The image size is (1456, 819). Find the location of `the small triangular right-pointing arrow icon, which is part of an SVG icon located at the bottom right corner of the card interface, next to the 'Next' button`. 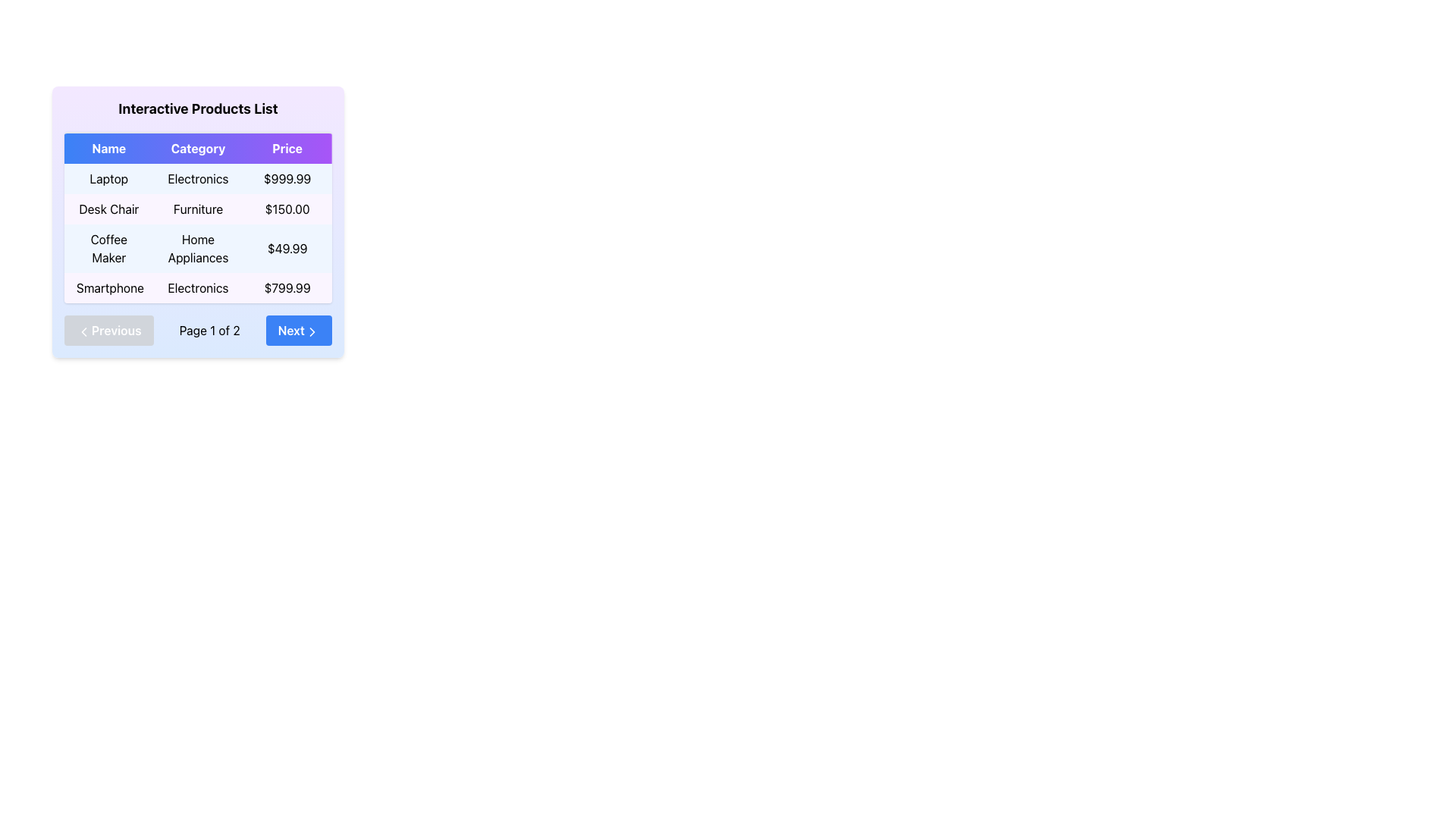

the small triangular right-pointing arrow icon, which is part of an SVG icon located at the bottom right corner of the card interface, next to the 'Next' button is located at coordinates (312, 331).